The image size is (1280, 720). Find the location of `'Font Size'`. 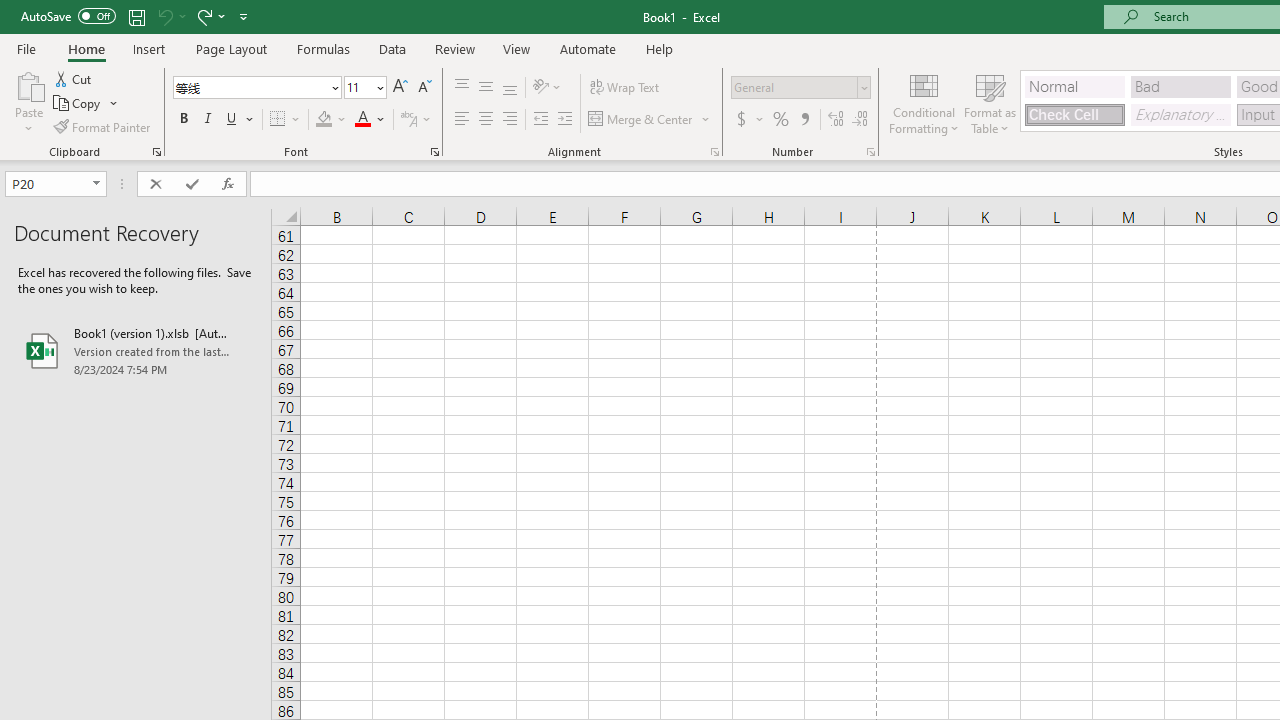

'Font Size' is located at coordinates (359, 86).